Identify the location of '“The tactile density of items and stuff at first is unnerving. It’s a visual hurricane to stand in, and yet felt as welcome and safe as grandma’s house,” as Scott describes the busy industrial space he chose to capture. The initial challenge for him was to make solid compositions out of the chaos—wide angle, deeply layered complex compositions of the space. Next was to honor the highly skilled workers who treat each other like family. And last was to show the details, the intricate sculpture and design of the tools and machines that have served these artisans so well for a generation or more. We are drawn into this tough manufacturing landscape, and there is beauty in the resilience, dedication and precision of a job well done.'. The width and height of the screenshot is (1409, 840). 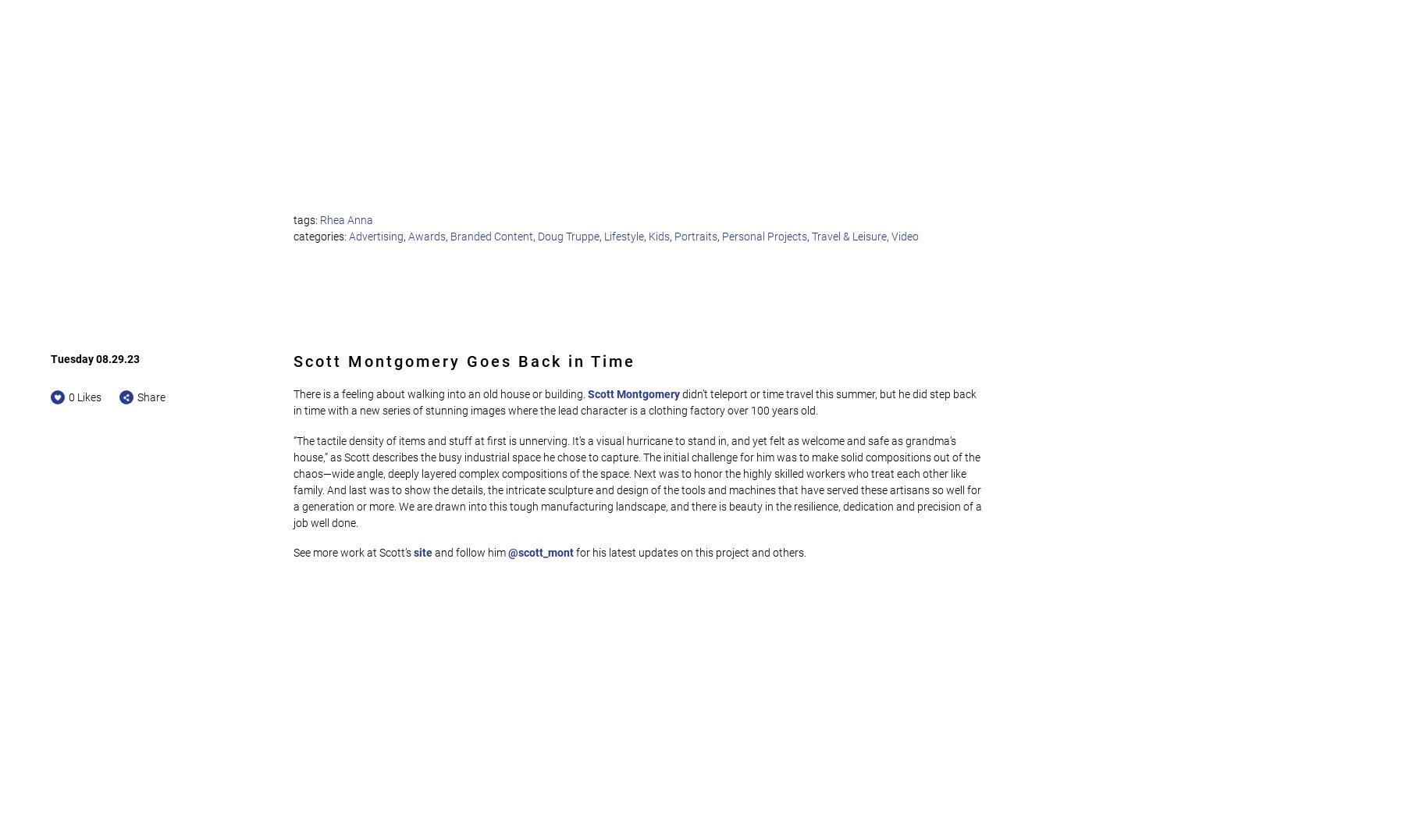
(639, 481).